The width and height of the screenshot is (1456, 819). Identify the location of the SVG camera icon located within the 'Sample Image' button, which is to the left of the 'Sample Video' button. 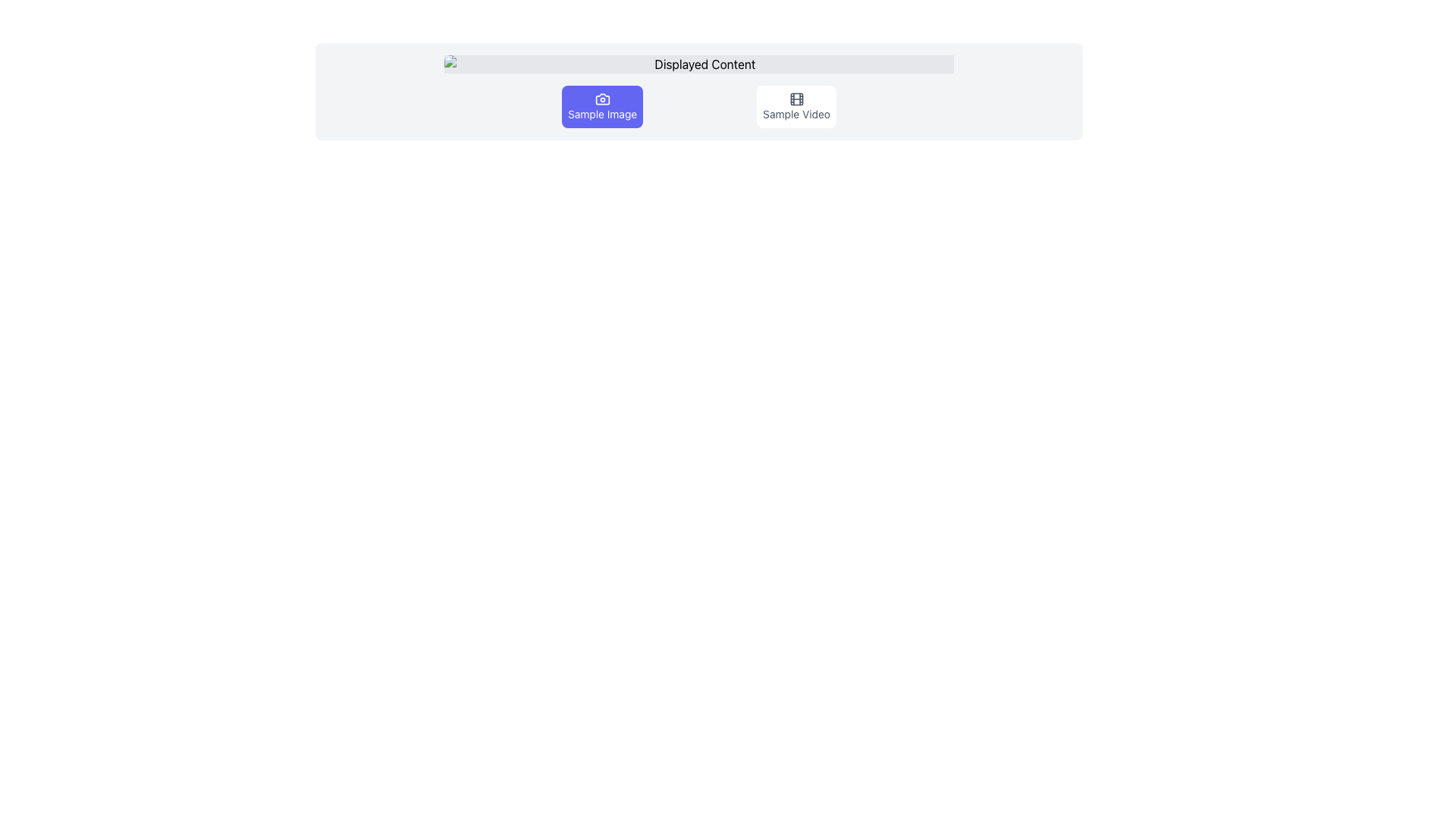
(601, 99).